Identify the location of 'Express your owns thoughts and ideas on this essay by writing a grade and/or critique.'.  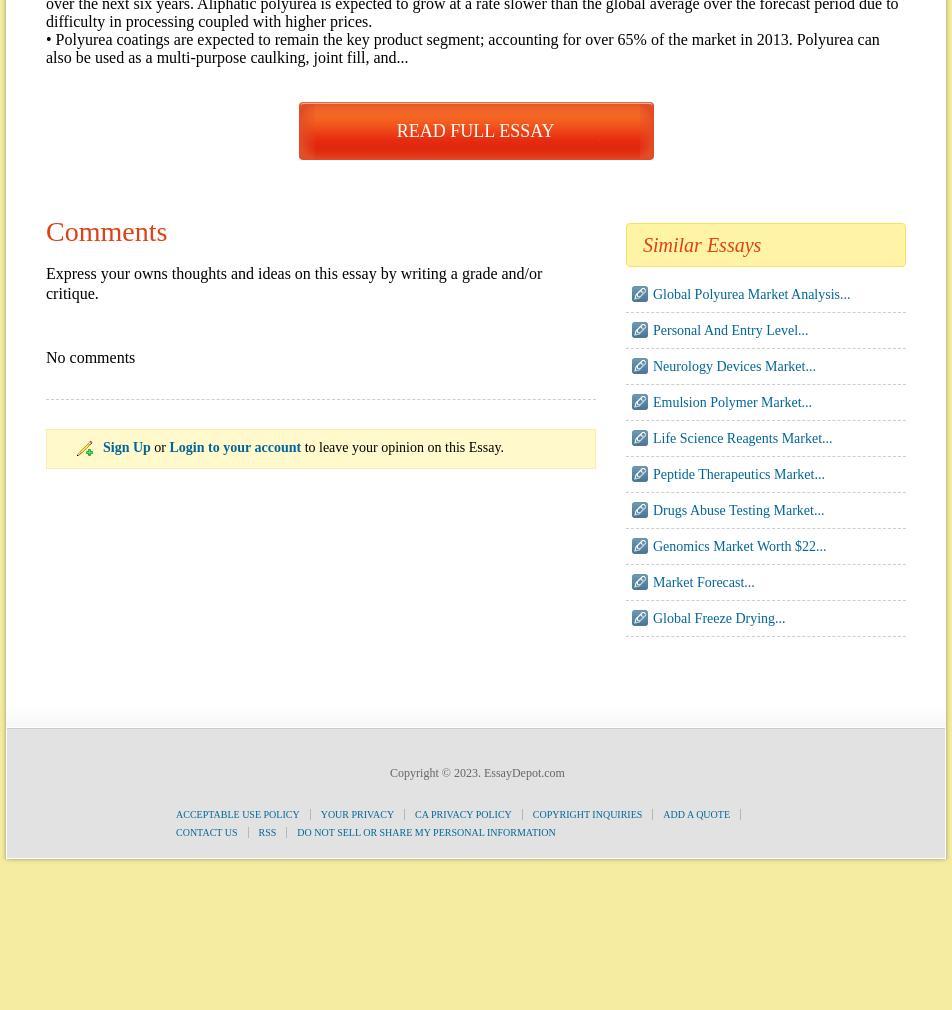
(293, 283).